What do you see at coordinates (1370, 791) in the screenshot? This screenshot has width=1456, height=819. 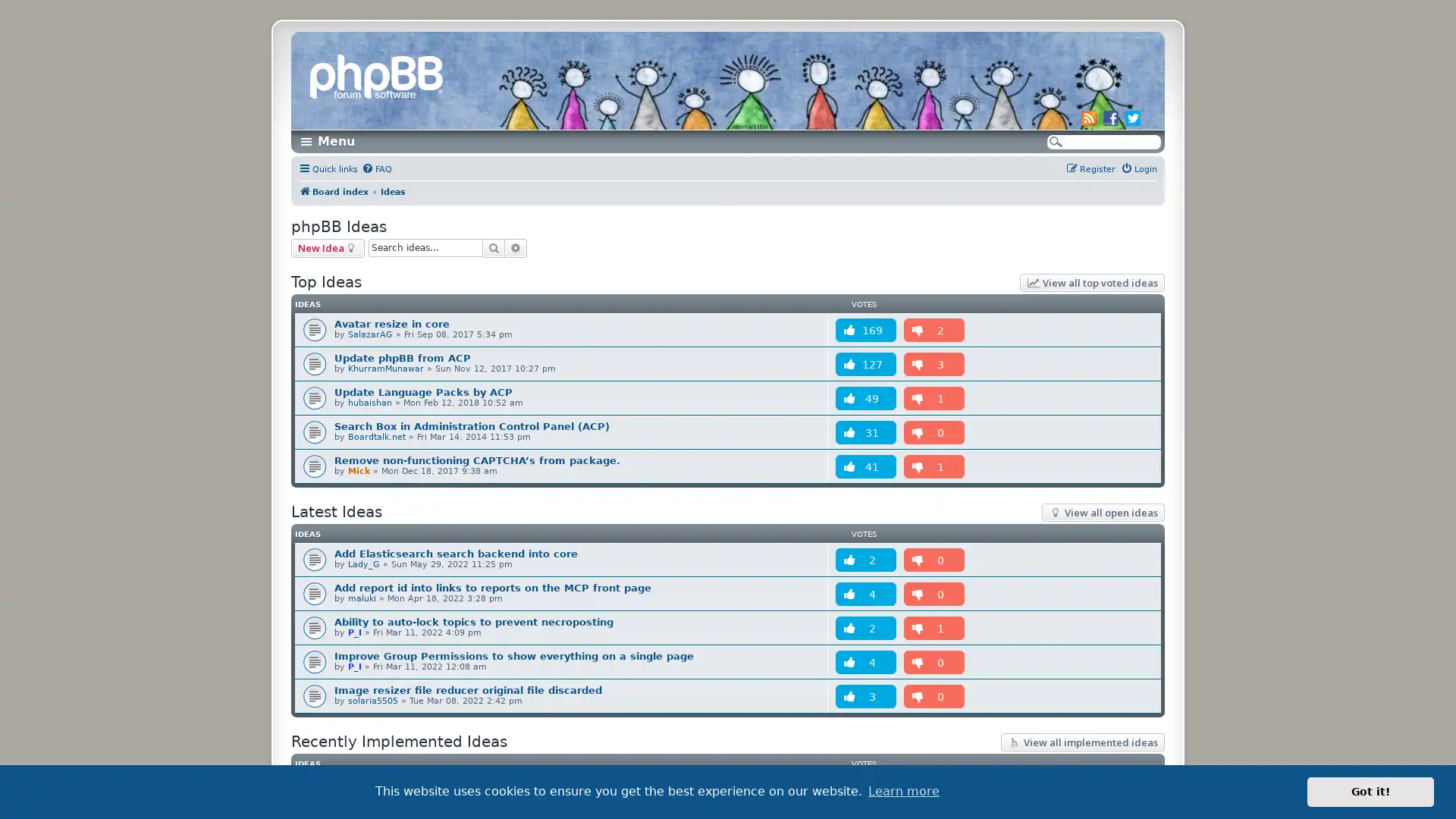 I see `dismiss cookie message` at bounding box center [1370, 791].